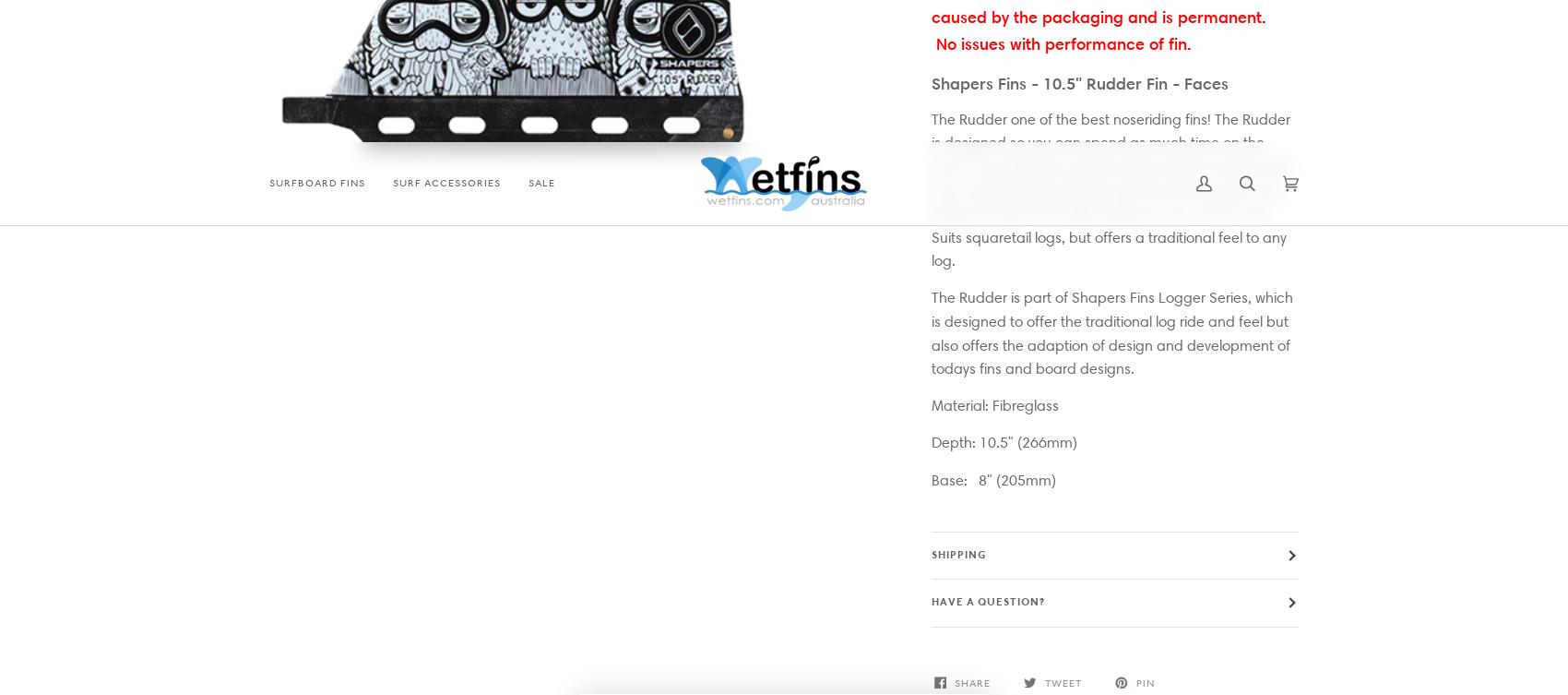  Describe the element at coordinates (758, 601) in the screenshot. I see `'BND $'` at that location.